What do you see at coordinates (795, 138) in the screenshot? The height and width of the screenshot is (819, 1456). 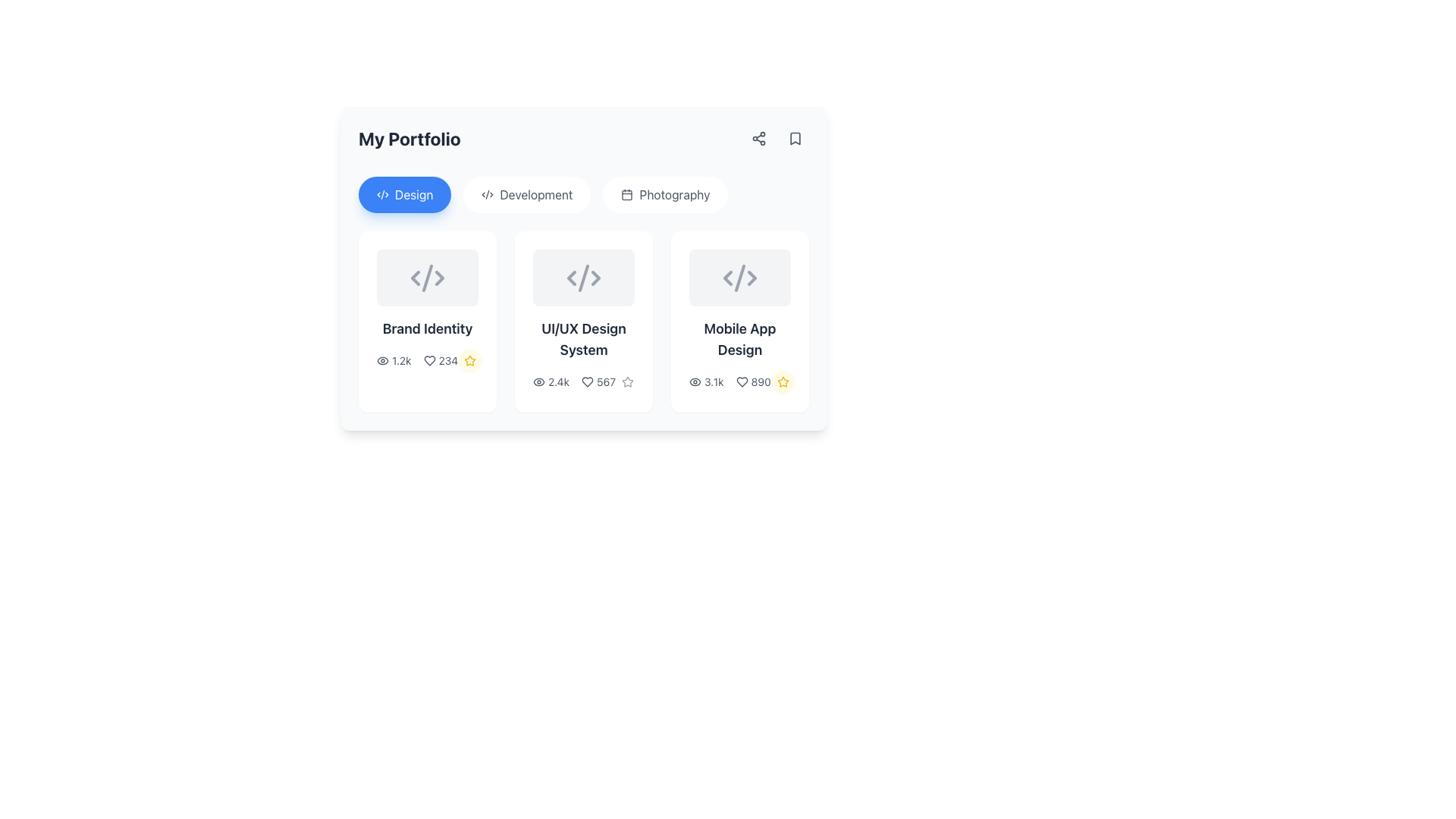 I see `the gray bookmark icon located within a circular button at the top-right corner of the 'My Portfolio' section to bookmark the portfolio` at bounding box center [795, 138].